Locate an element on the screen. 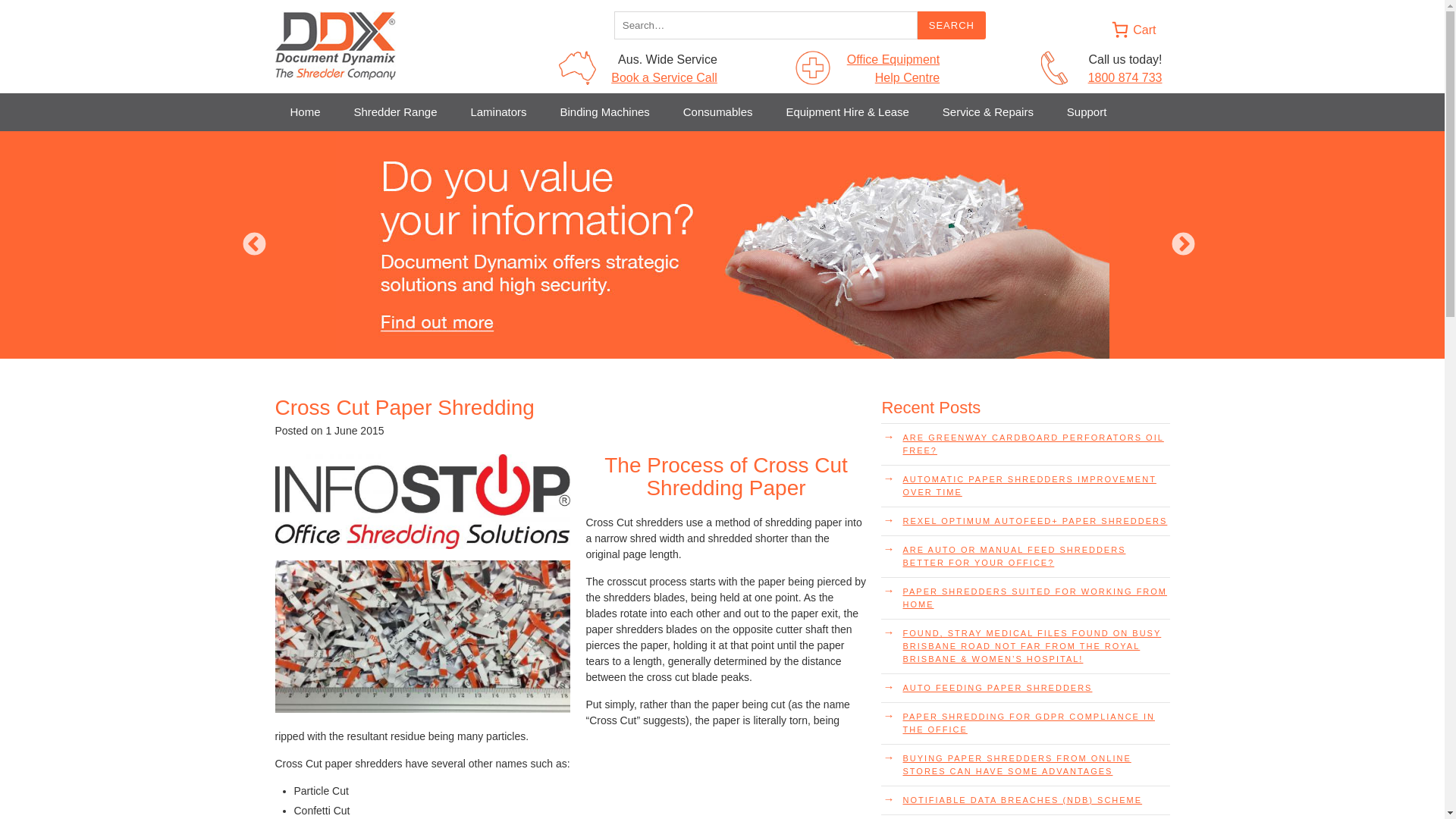 The width and height of the screenshot is (1456, 819). 'NEXT' is located at coordinates (1181, 244).